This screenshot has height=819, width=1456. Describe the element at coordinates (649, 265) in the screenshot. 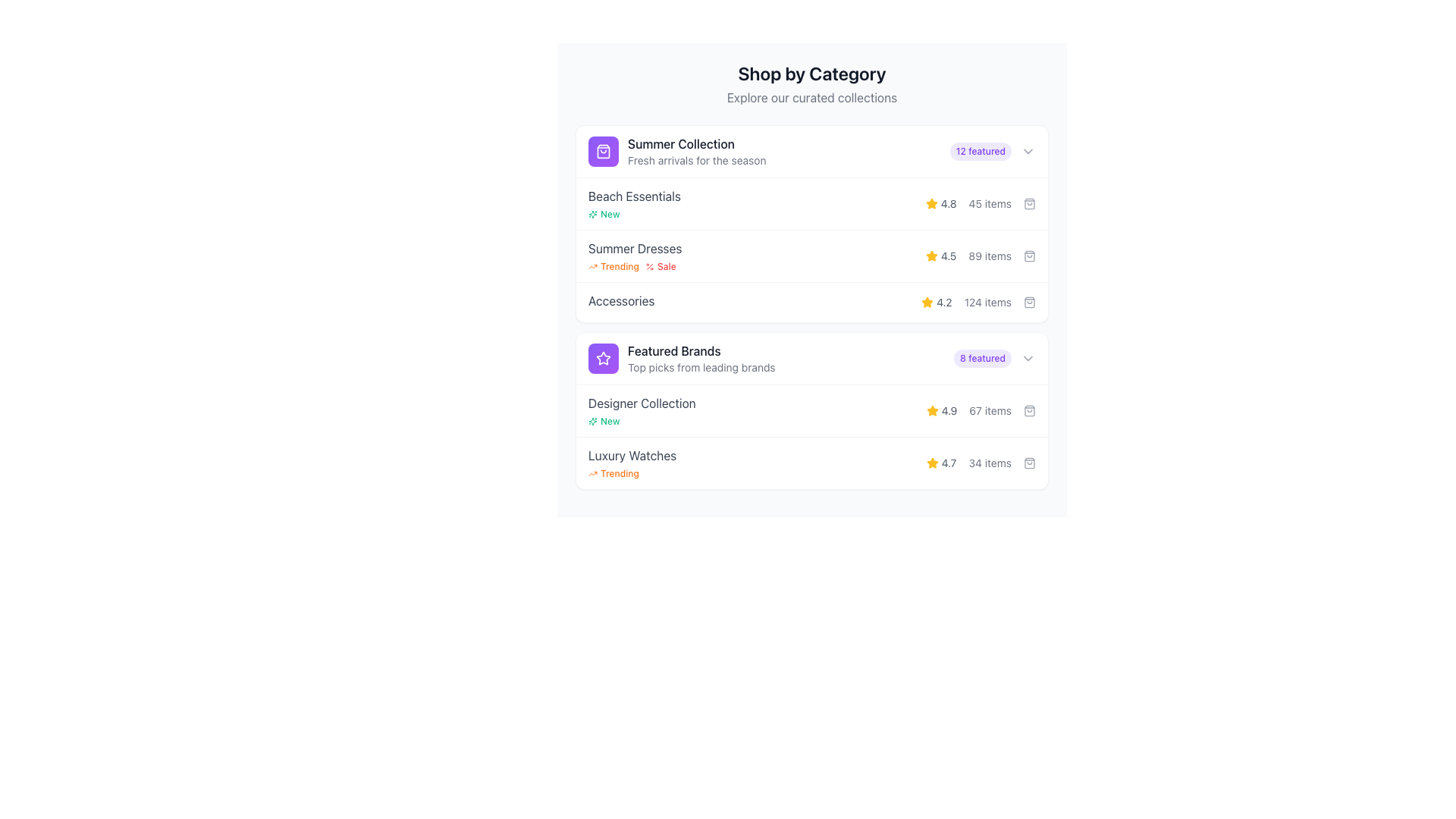

I see `the decorative icon that emphasizes the 'Sale' label next to the 'Summer Dresses' category` at that location.